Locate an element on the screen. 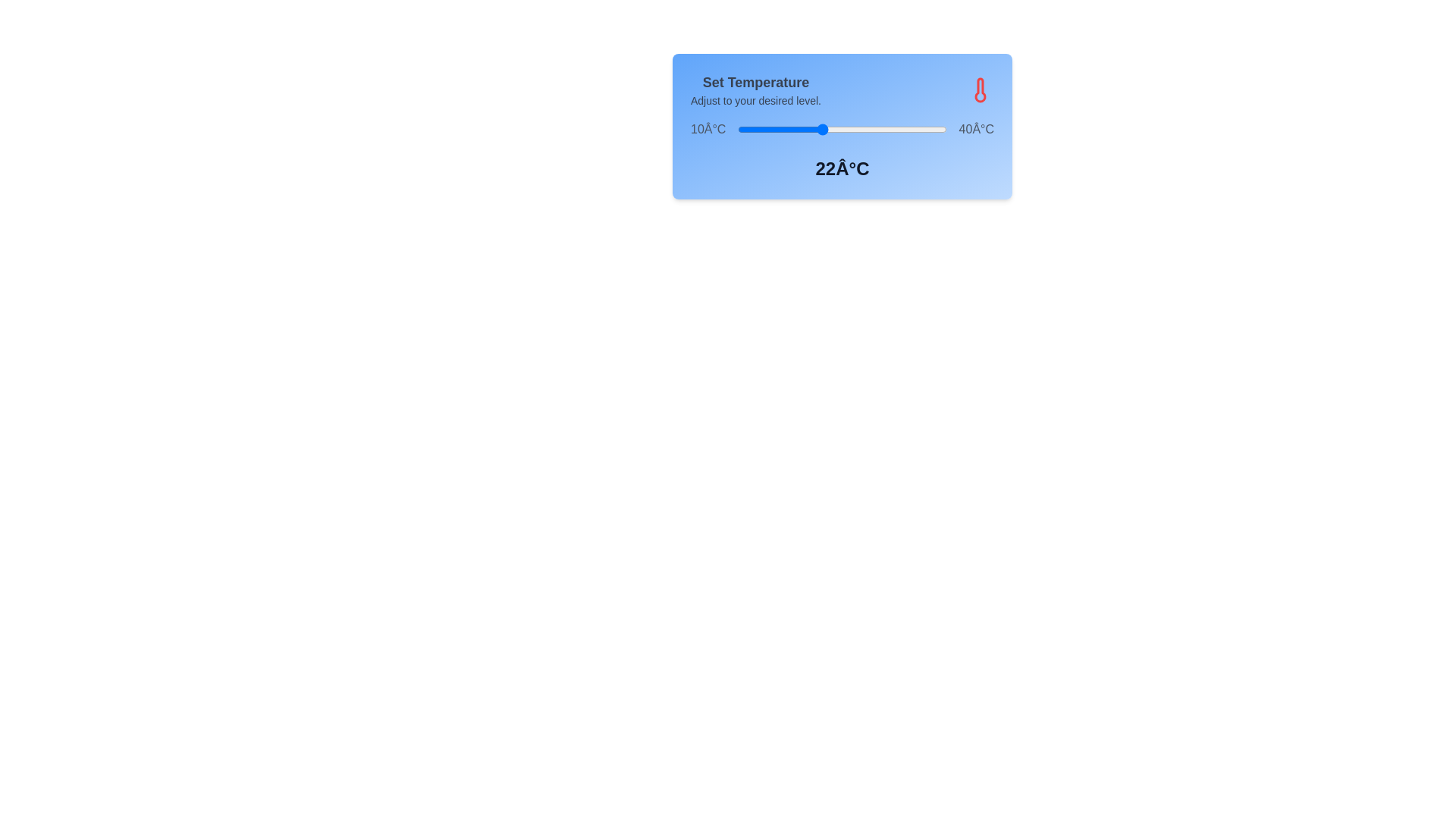 The width and height of the screenshot is (1456, 819). the temperature to 22°C by interacting with the slider is located at coordinates (821, 128).